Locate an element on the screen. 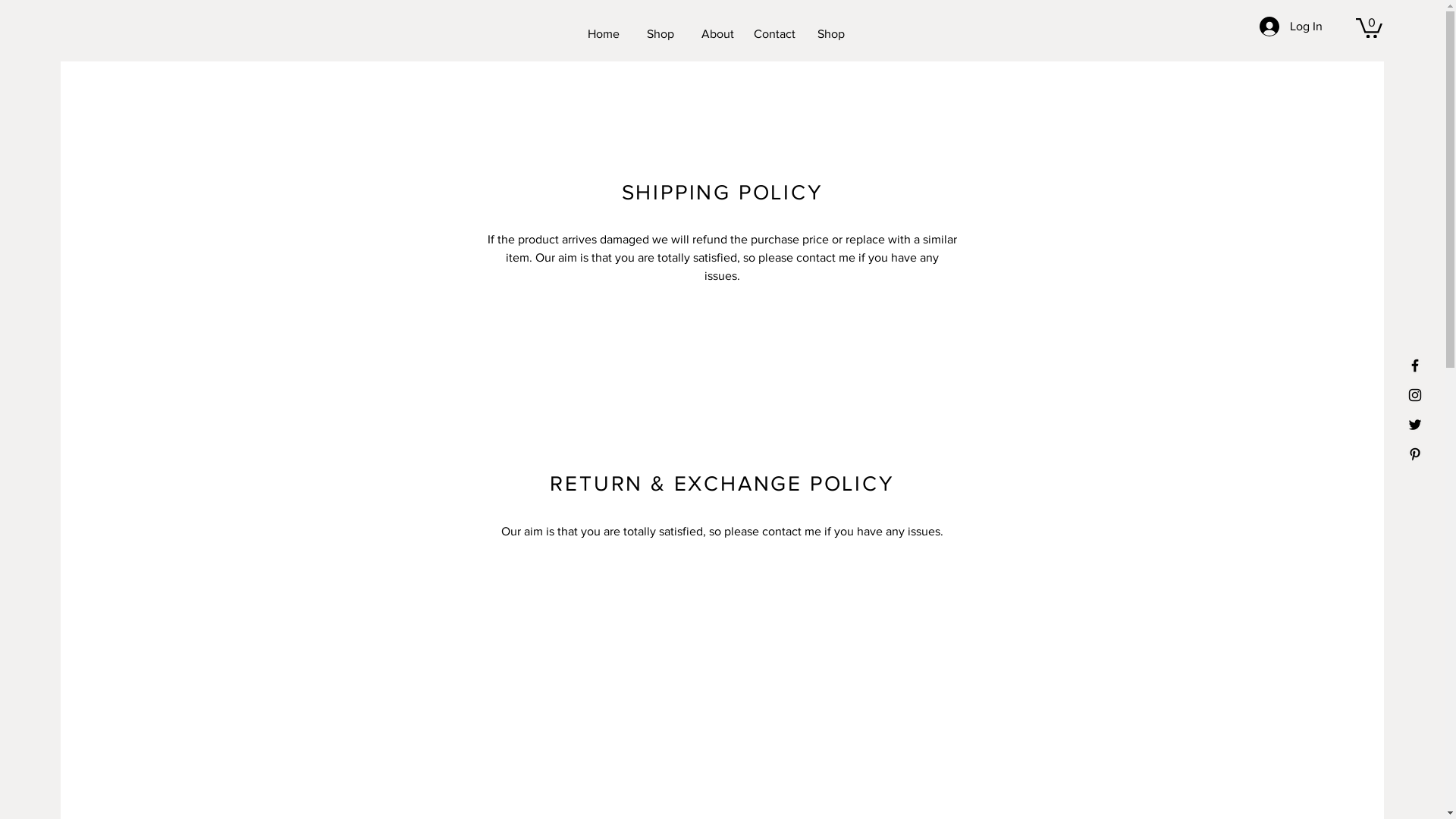 The image size is (1456, 819). 'Shop' is located at coordinates (661, 34).